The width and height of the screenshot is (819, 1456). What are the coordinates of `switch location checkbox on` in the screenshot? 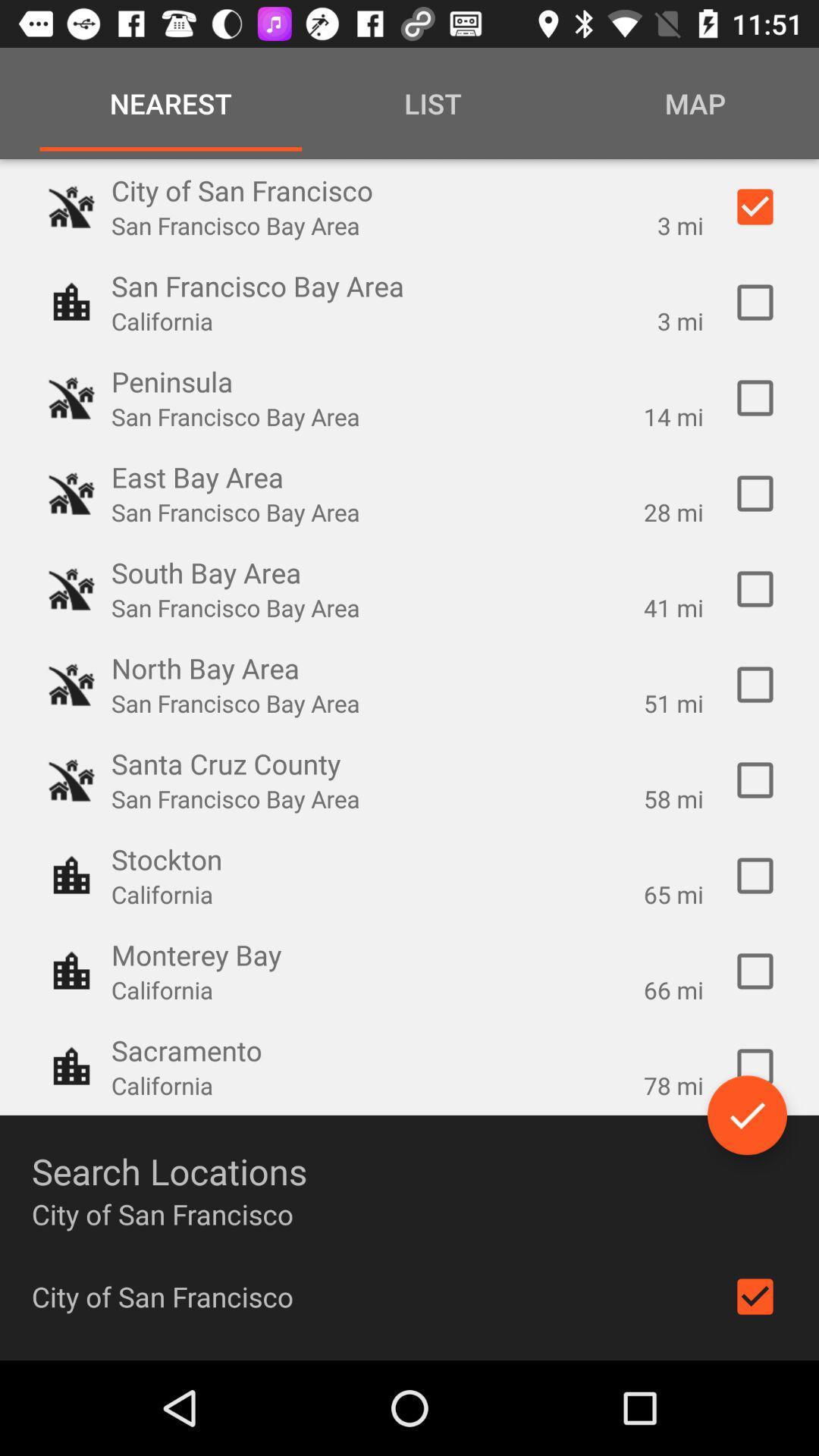 It's located at (755, 302).